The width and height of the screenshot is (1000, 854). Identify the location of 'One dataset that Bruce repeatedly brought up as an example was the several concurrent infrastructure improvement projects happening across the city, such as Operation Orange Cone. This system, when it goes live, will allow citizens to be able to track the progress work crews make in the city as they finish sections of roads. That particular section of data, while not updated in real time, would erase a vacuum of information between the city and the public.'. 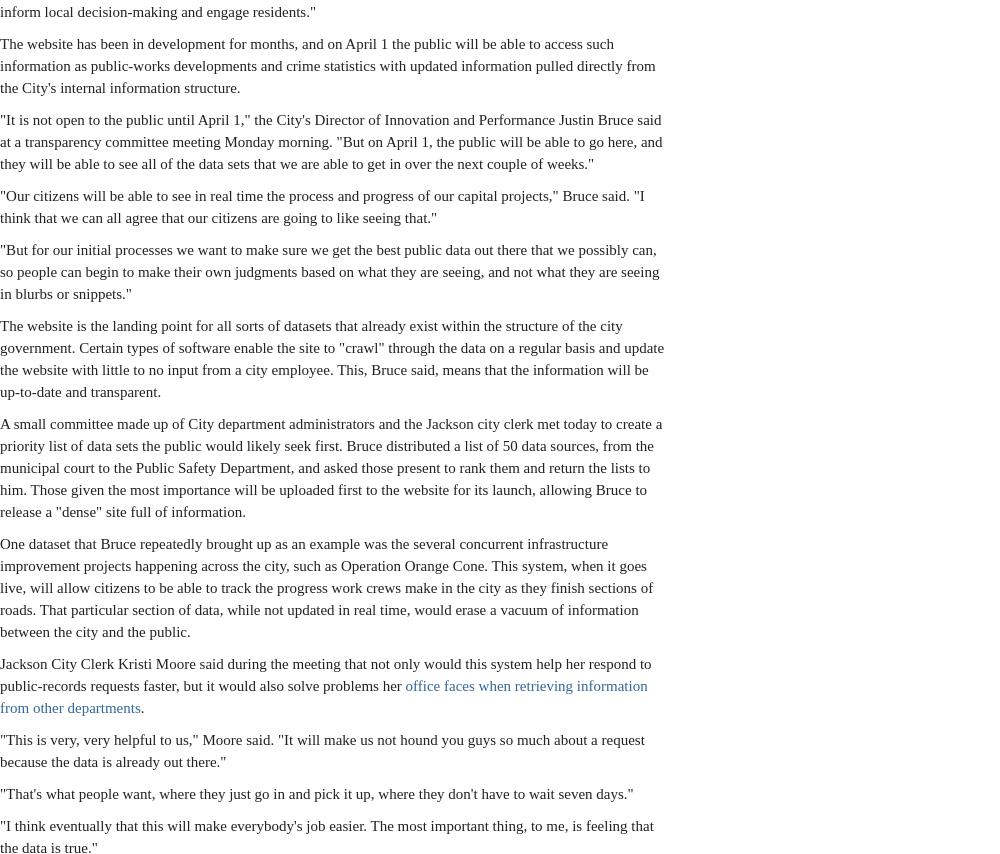
(325, 587).